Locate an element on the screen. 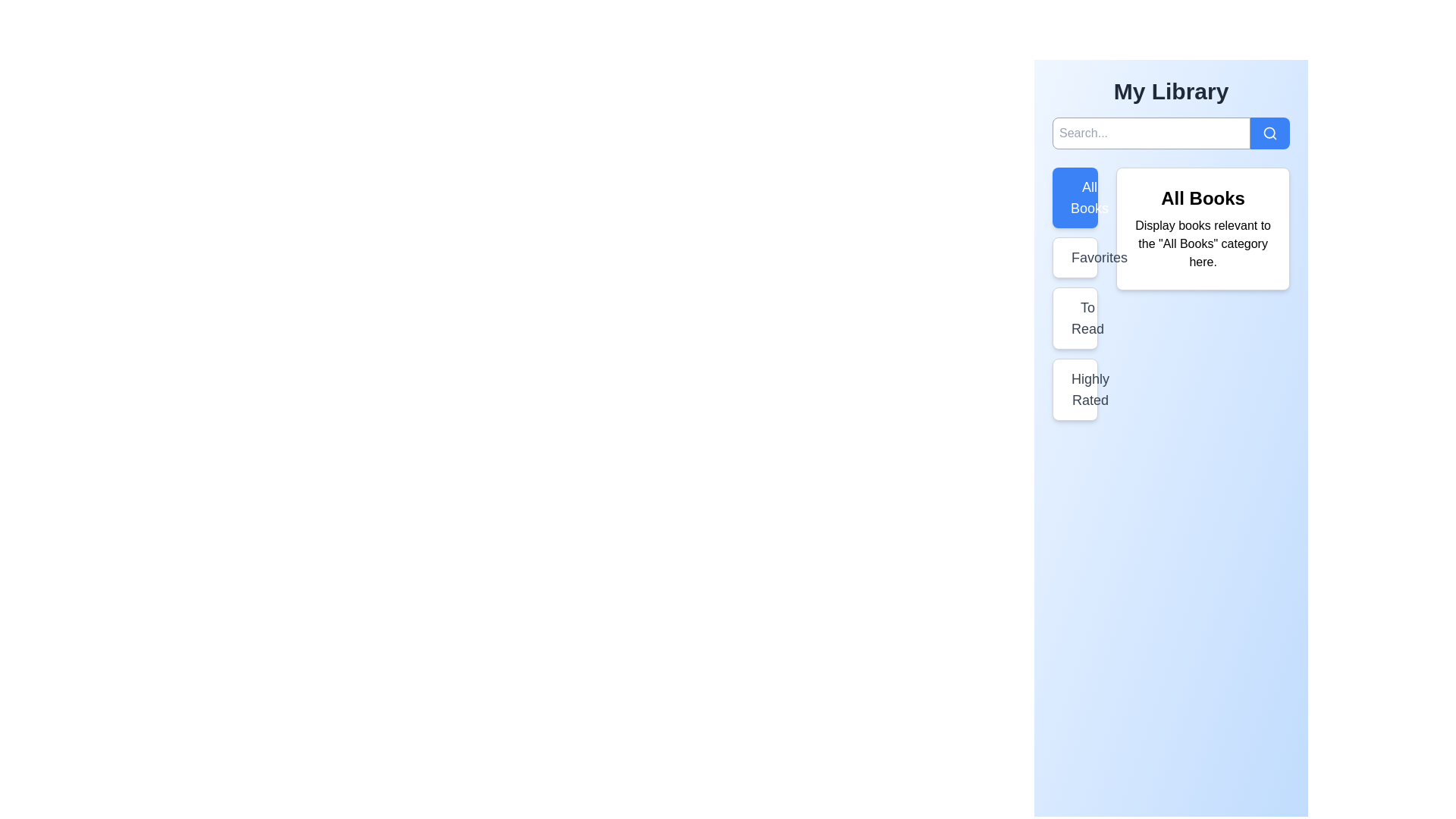 This screenshot has height=819, width=1456. the 'All Books' category selector button located in the left sidebar menu is located at coordinates (1075, 197).